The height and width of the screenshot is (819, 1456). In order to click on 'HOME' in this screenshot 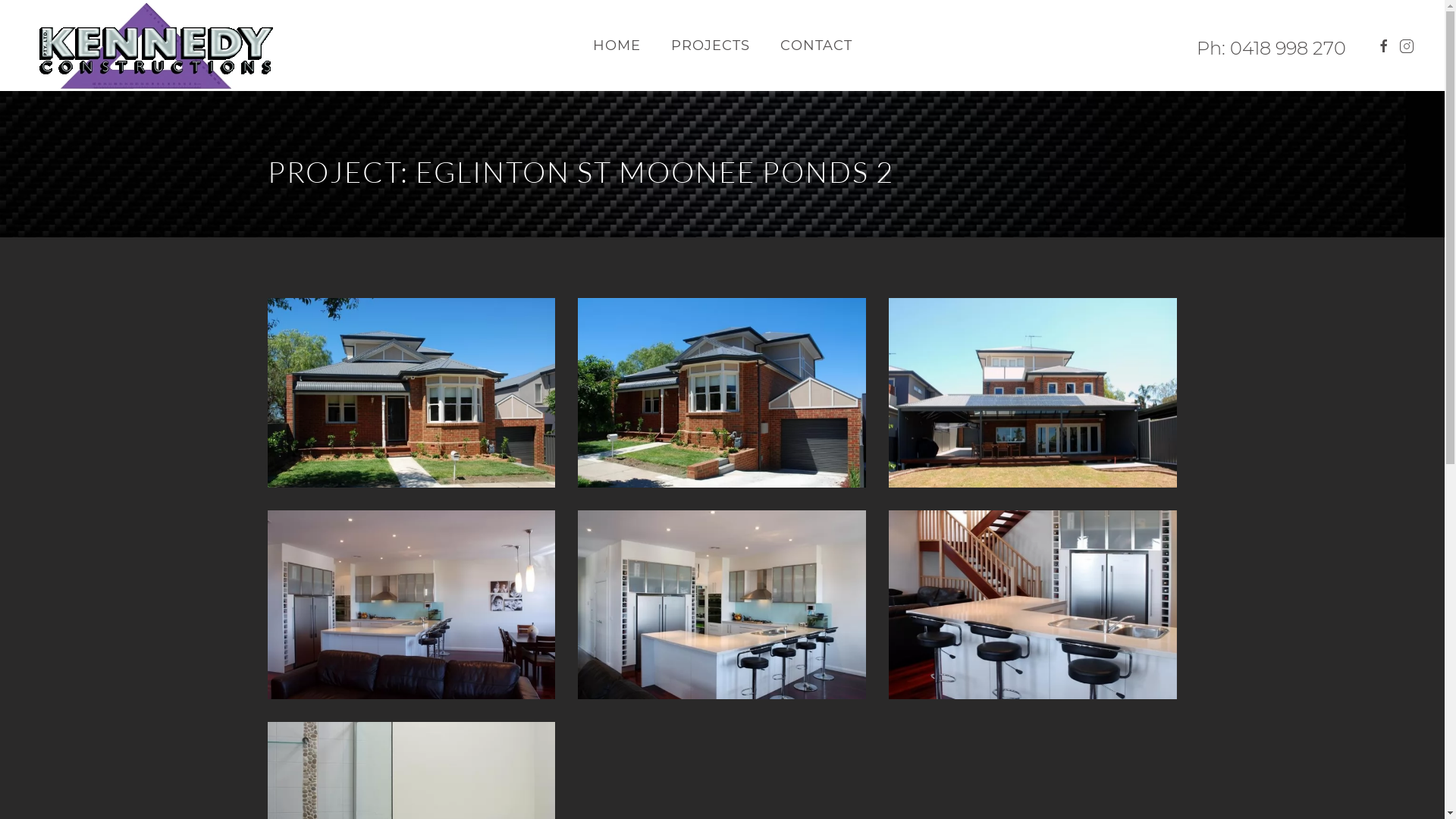, I will do `click(617, 45)`.